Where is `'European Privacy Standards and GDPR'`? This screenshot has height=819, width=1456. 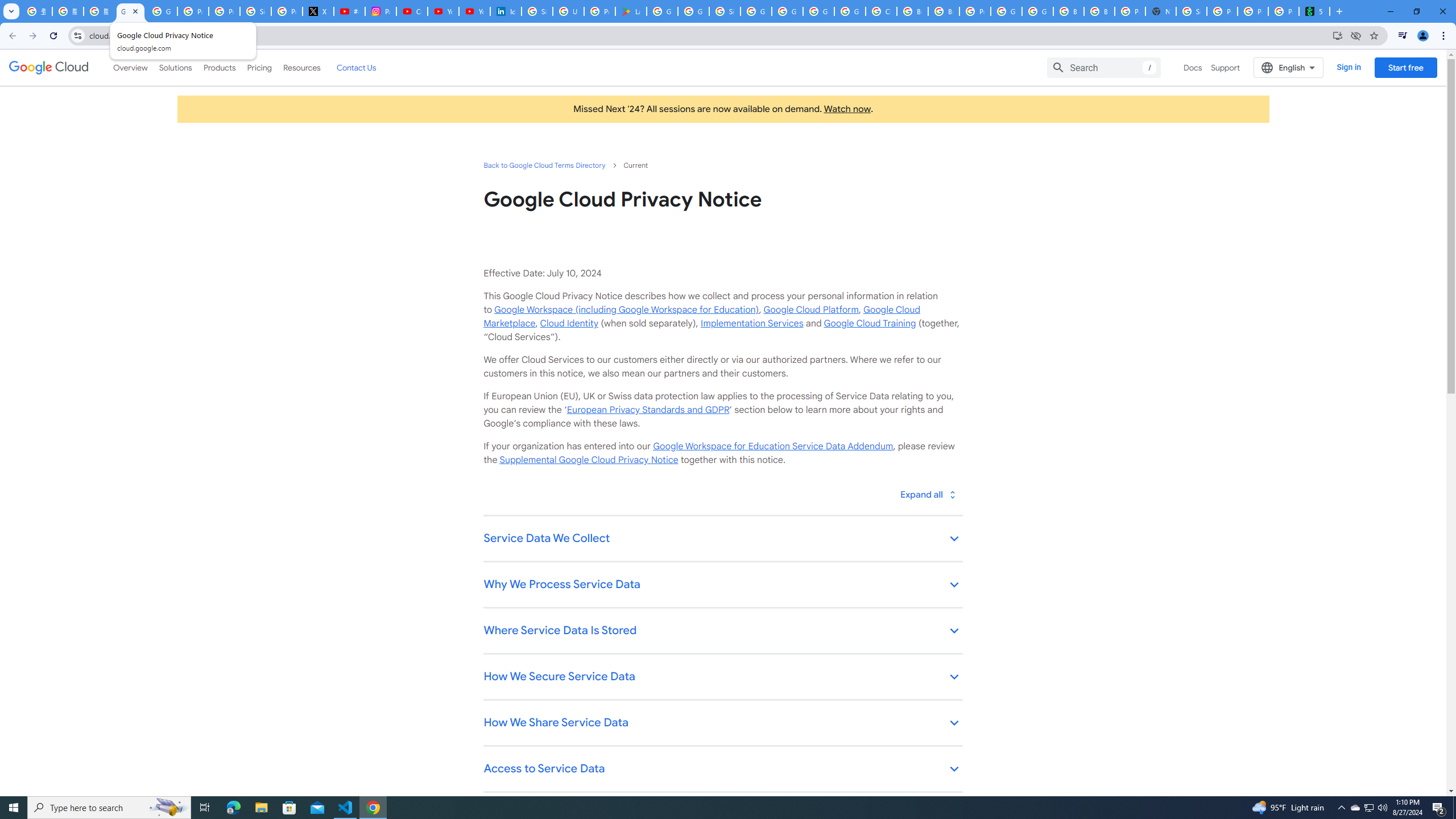 'European Privacy Standards and GDPR' is located at coordinates (647, 409).